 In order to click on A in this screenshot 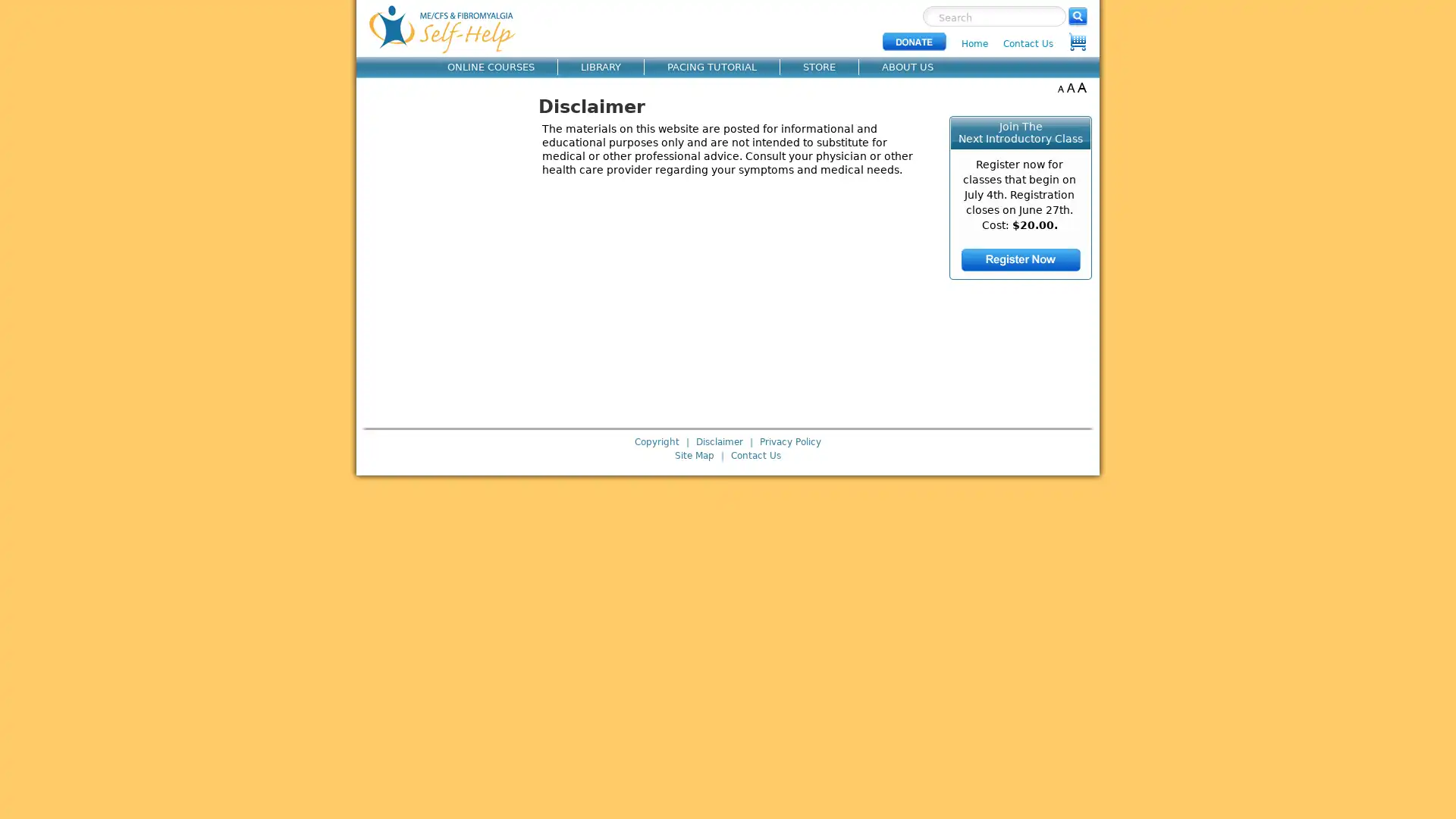, I will do `click(1081, 87)`.